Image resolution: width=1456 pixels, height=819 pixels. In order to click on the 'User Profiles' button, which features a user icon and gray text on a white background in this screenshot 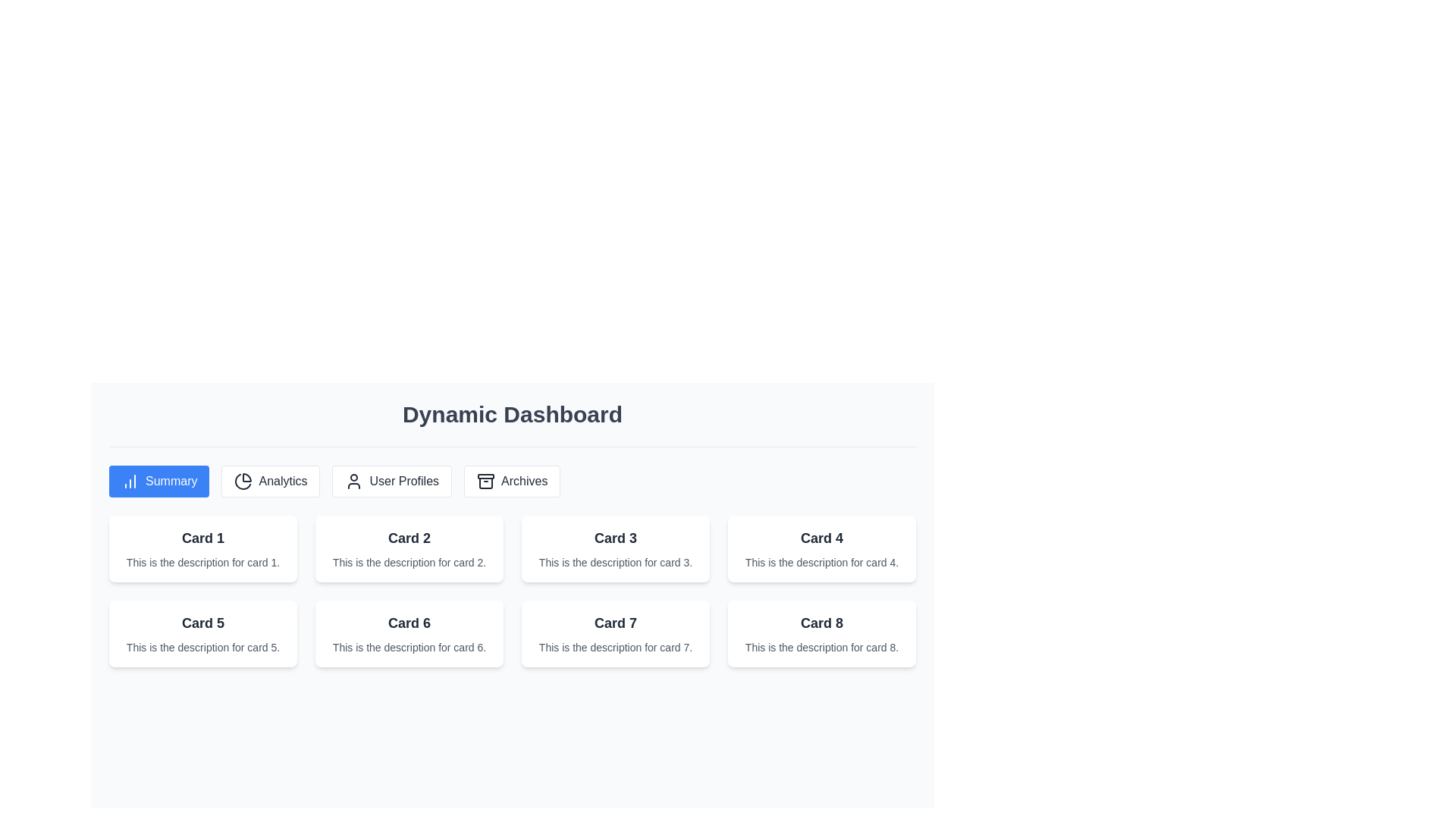, I will do `click(392, 482)`.